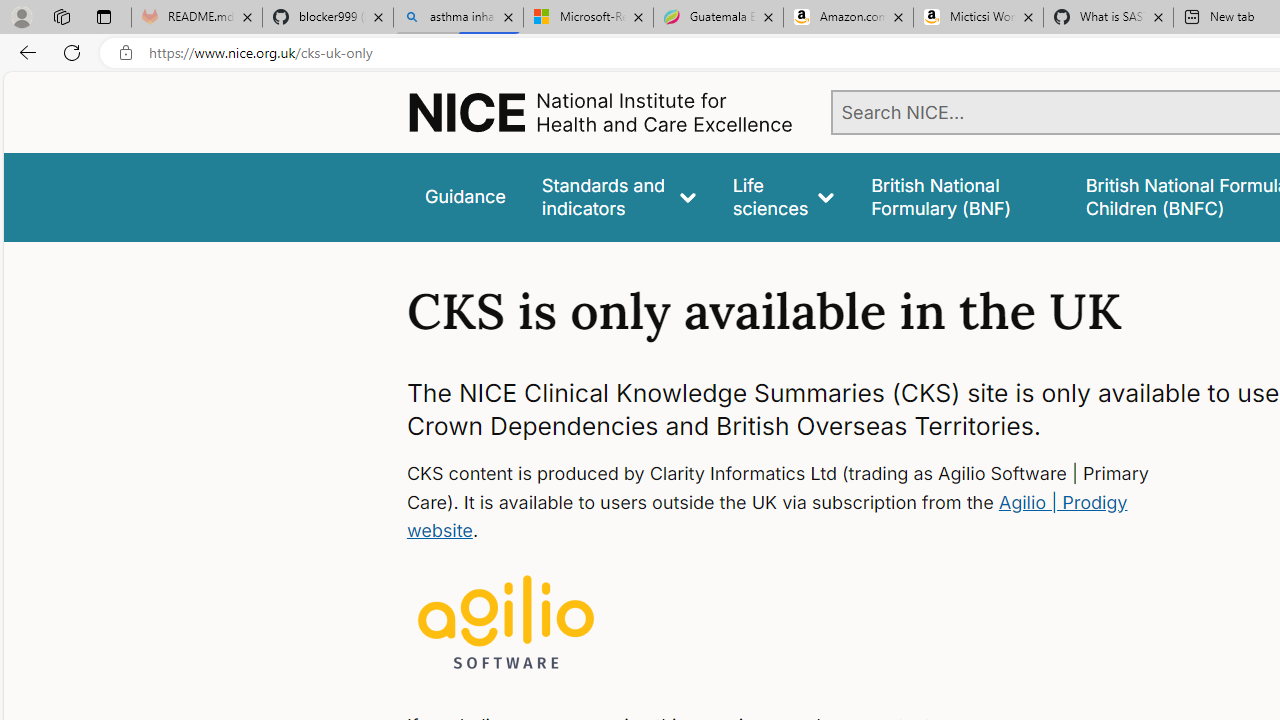  What do you see at coordinates (463, 197) in the screenshot?
I see `'Guidance'` at bounding box center [463, 197].